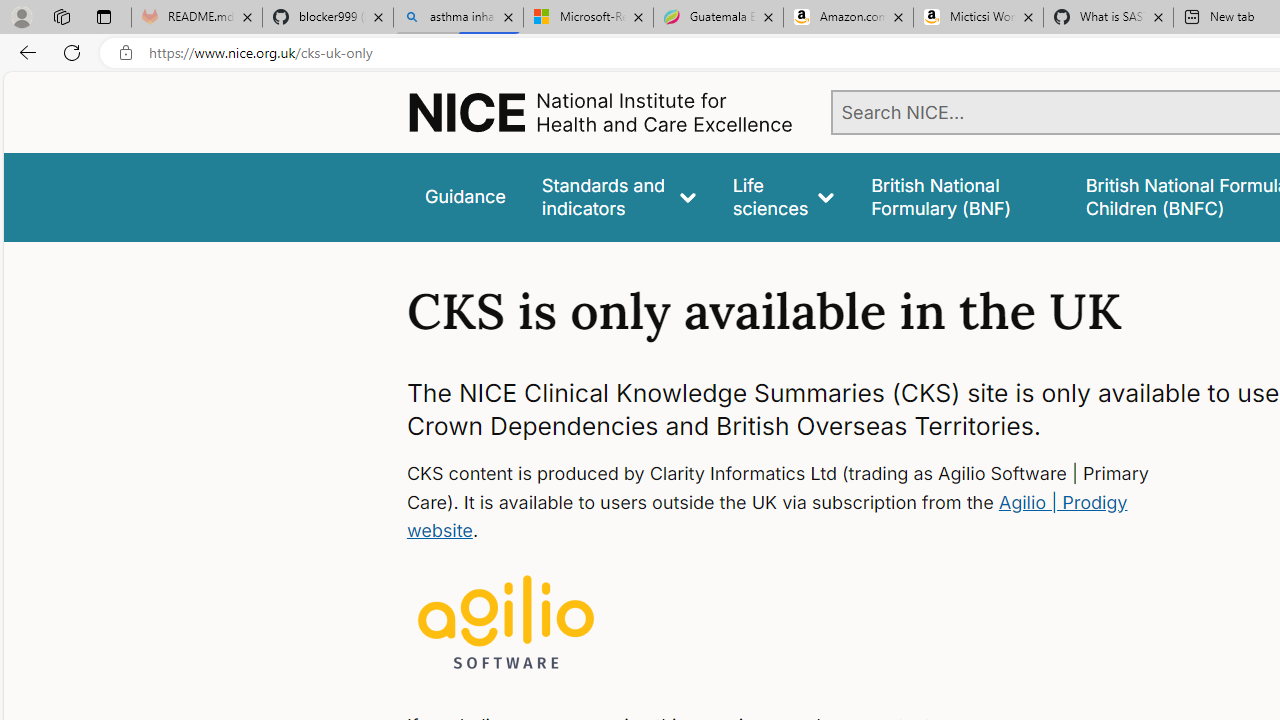  What do you see at coordinates (463, 197) in the screenshot?
I see `'Guidance'` at bounding box center [463, 197].